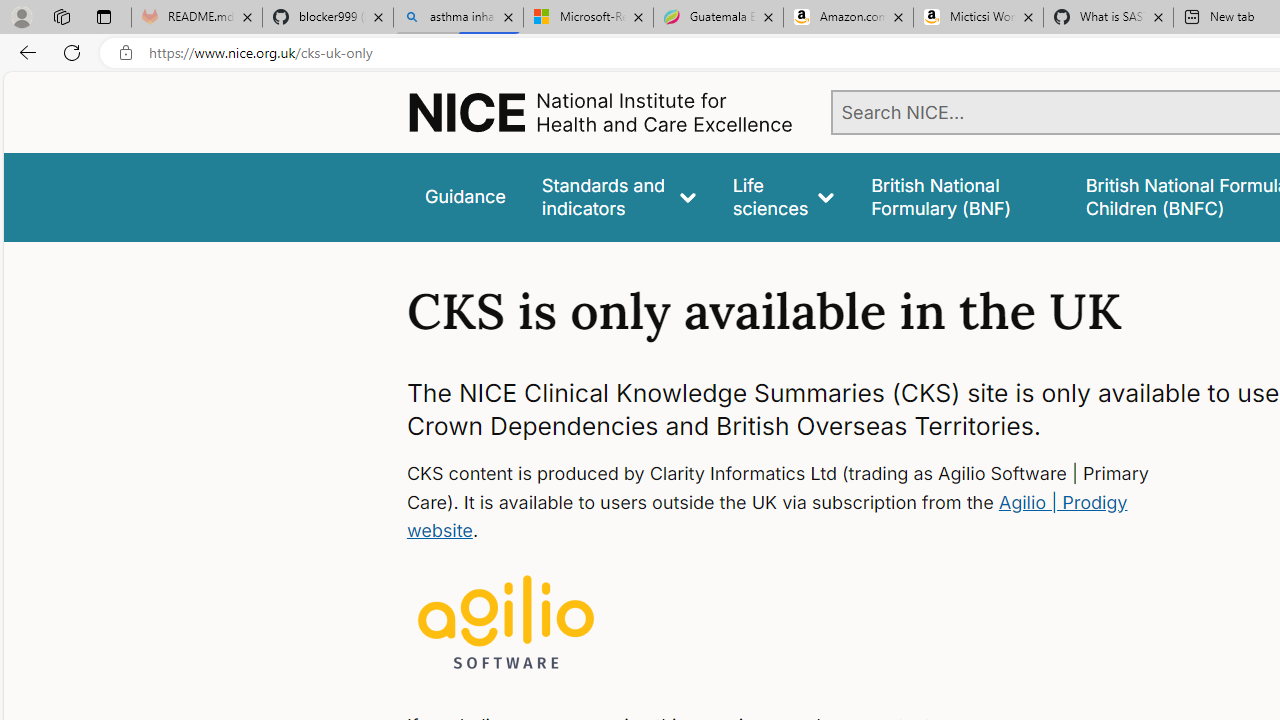  What do you see at coordinates (463, 197) in the screenshot?
I see `'Guidance'` at bounding box center [463, 197].